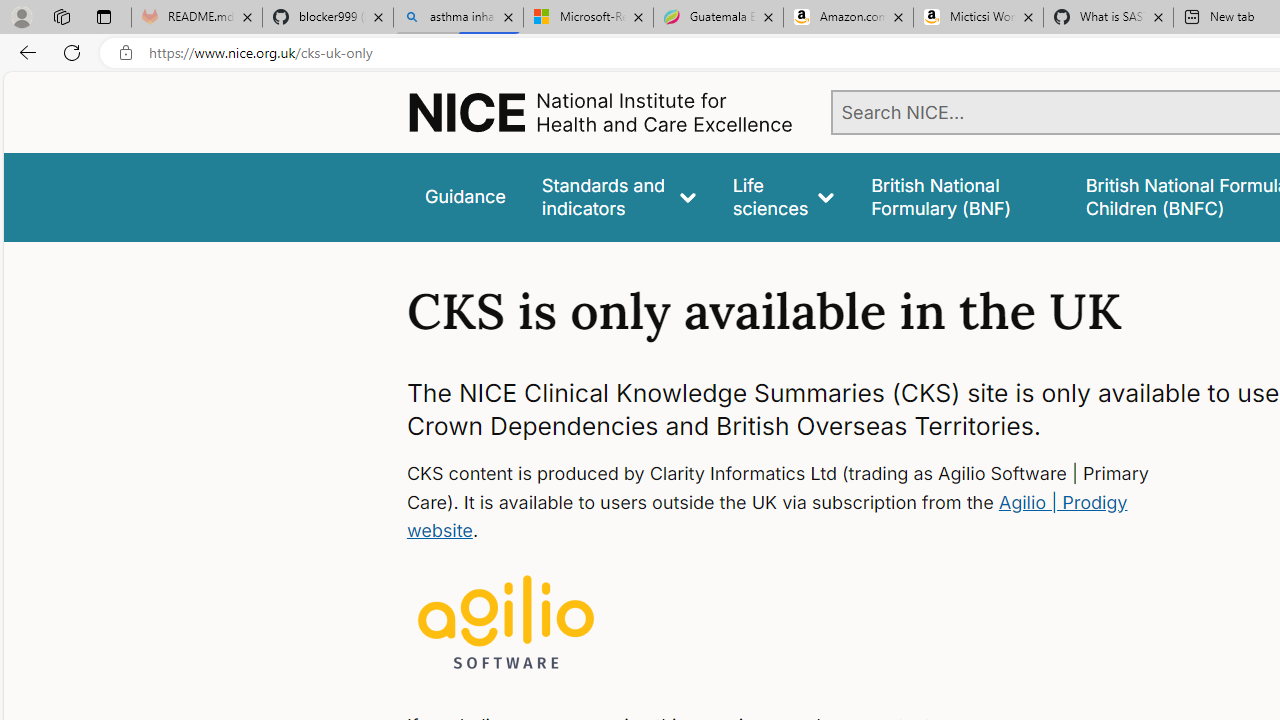  What do you see at coordinates (463, 197) in the screenshot?
I see `'Guidance'` at bounding box center [463, 197].